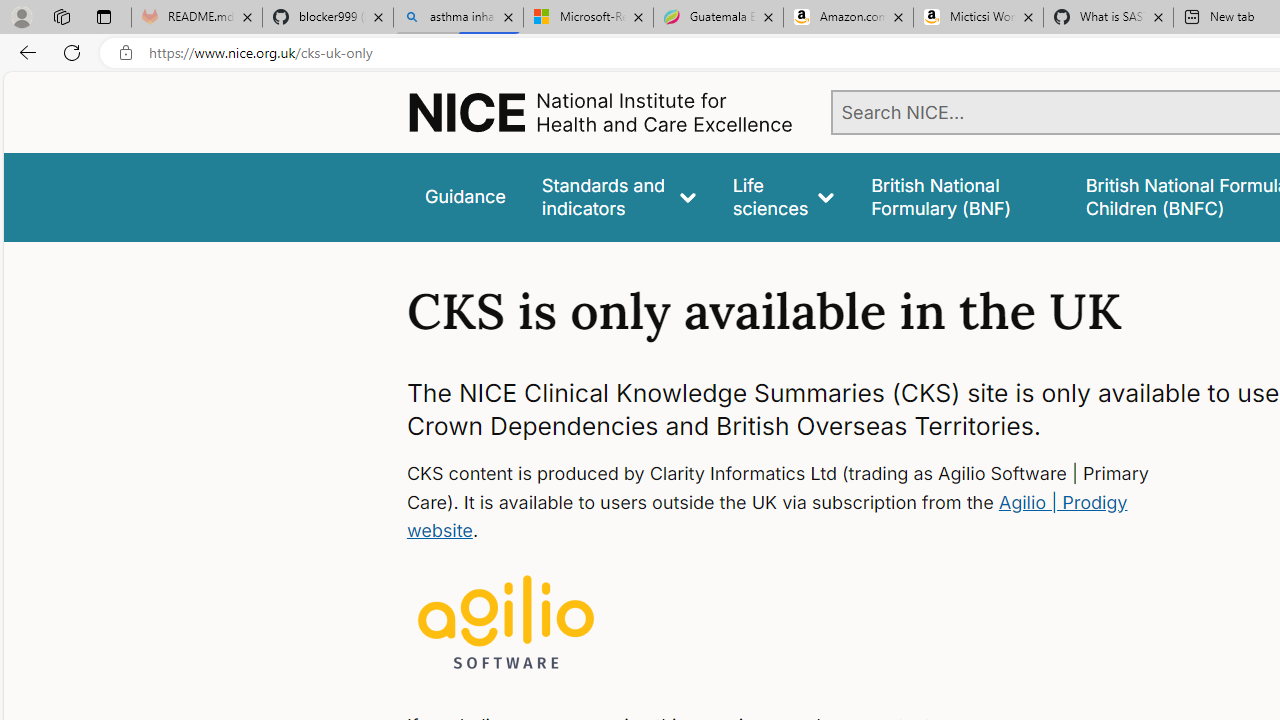  What do you see at coordinates (463, 197) in the screenshot?
I see `'Guidance'` at bounding box center [463, 197].